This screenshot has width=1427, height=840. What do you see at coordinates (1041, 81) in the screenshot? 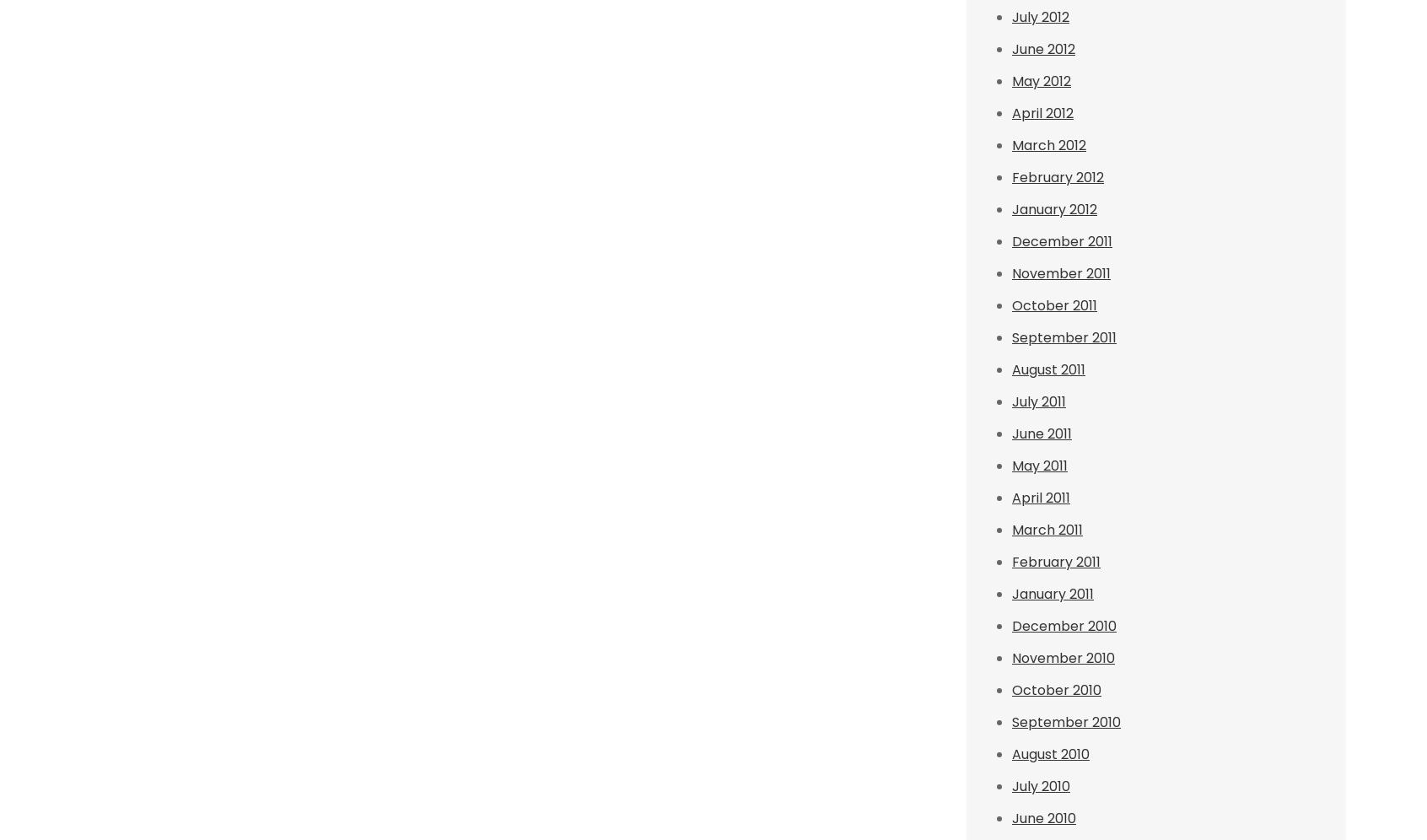
I see `'May 2012'` at bounding box center [1041, 81].